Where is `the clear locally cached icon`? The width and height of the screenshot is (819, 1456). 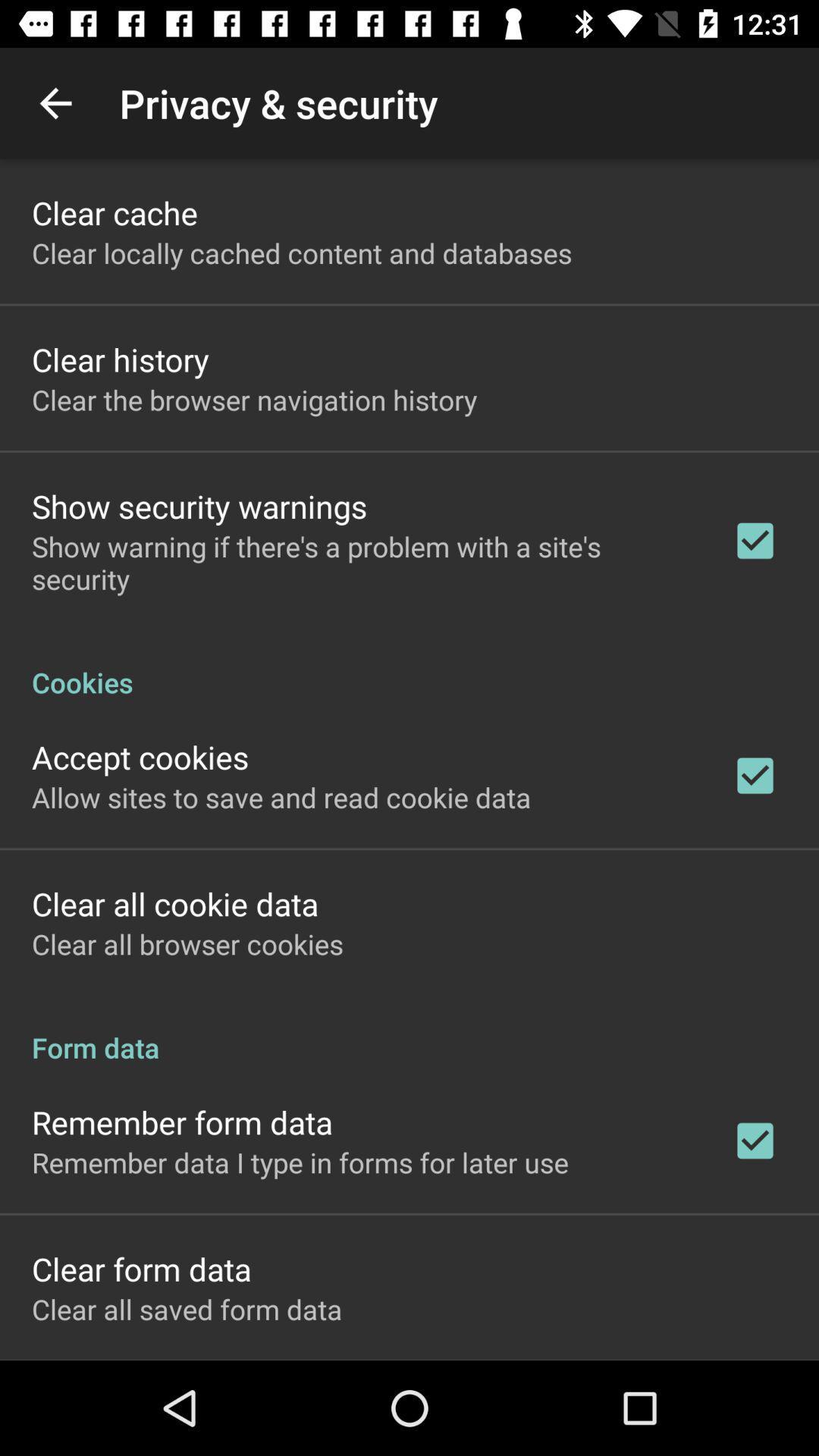 the clear locally cached icon is located at coordinates (302, 253).